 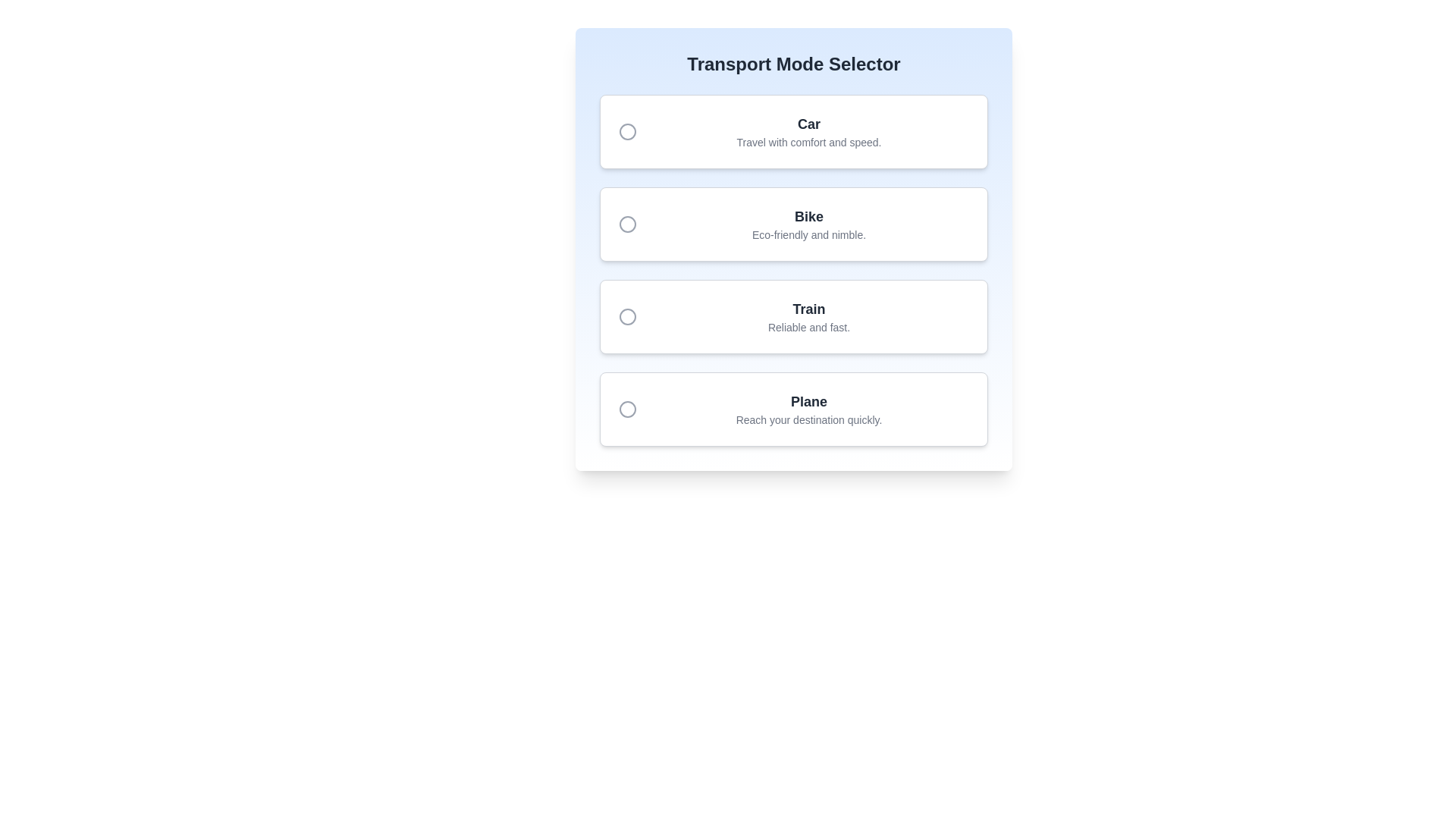 What do you see at coordinates (808, 143) in the screenshot?
I see `the descriptive text label for the 'Car' option in the 'Transport Mode Selector' interface, which provides context about comfort and speed` at bounding box center [808, 143].